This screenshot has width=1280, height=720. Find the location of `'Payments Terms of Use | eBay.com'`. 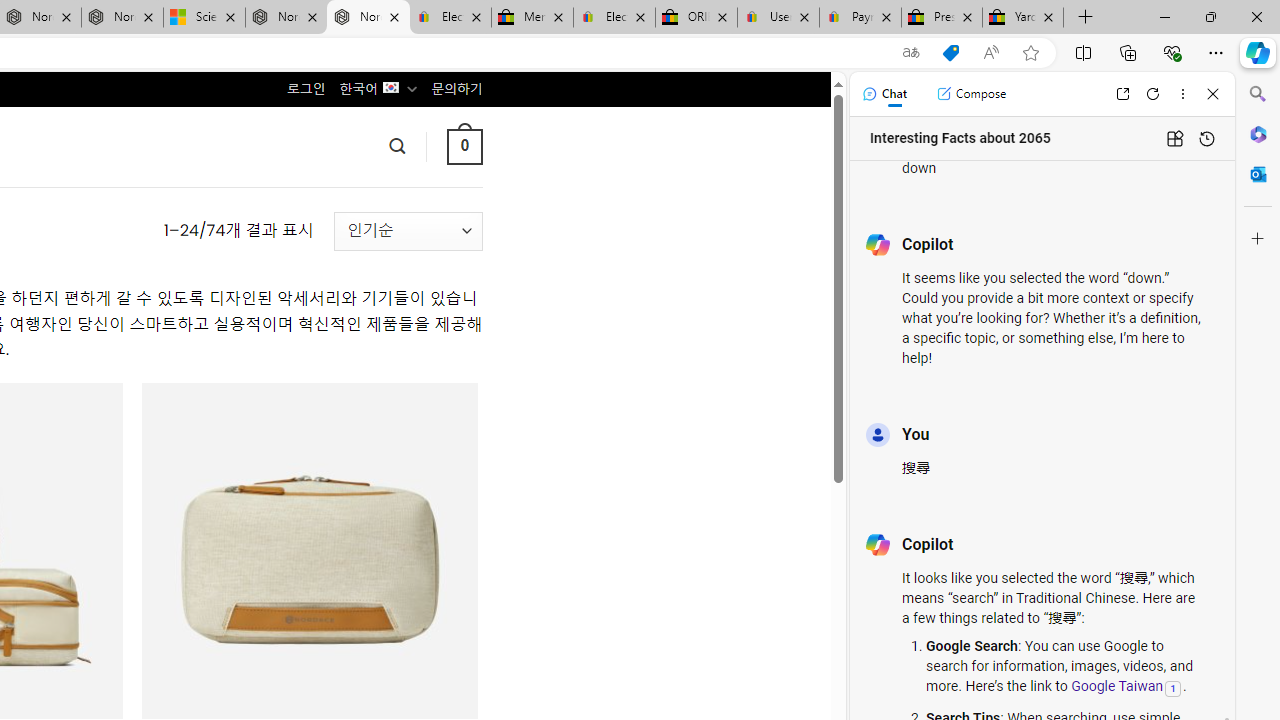

'Payments Terms of Use | eBay.com' is located at coordinates (860, 17).